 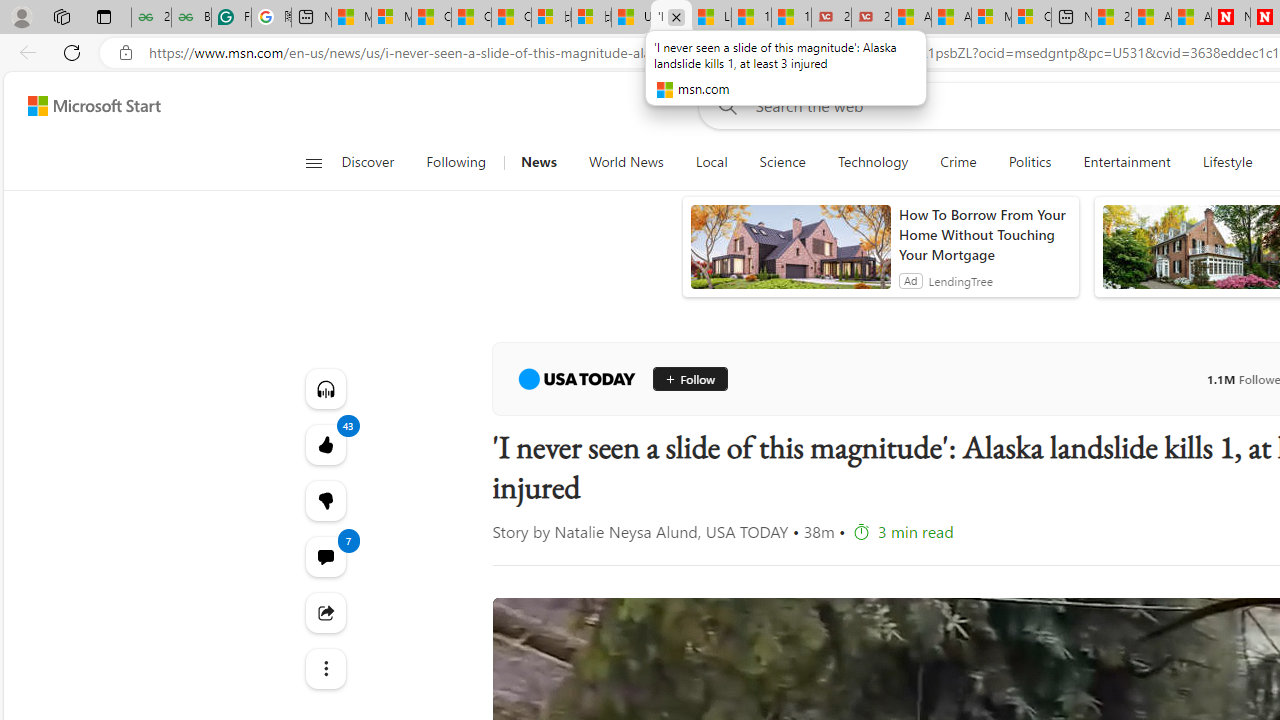 What do you see at coordinates (575, 379) in the screenshot?
I see `'USA TODAY'` at bounding box center [575, 379].